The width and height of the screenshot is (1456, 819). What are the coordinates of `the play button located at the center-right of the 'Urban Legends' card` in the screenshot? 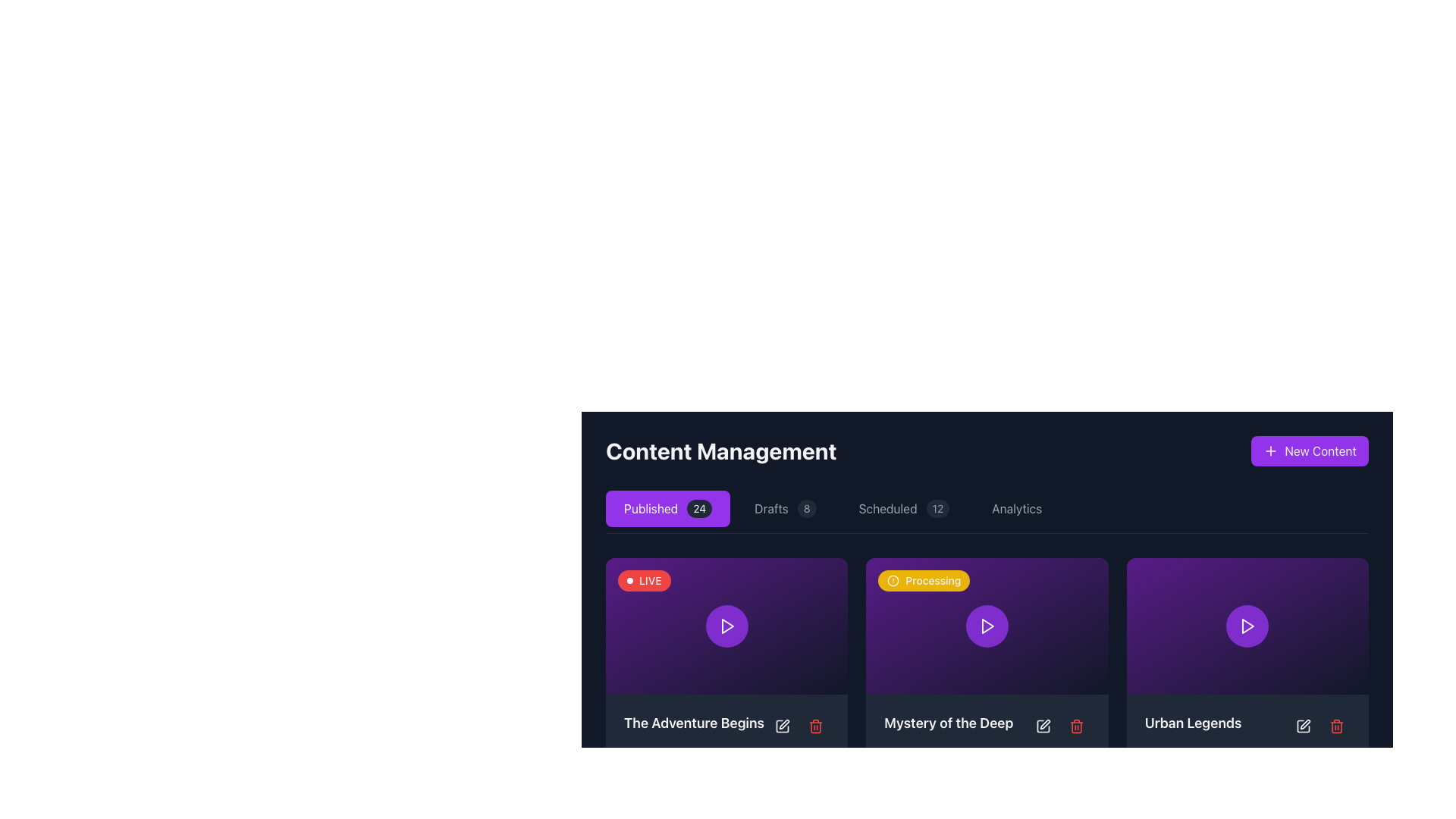 It's located at (1247, 626).